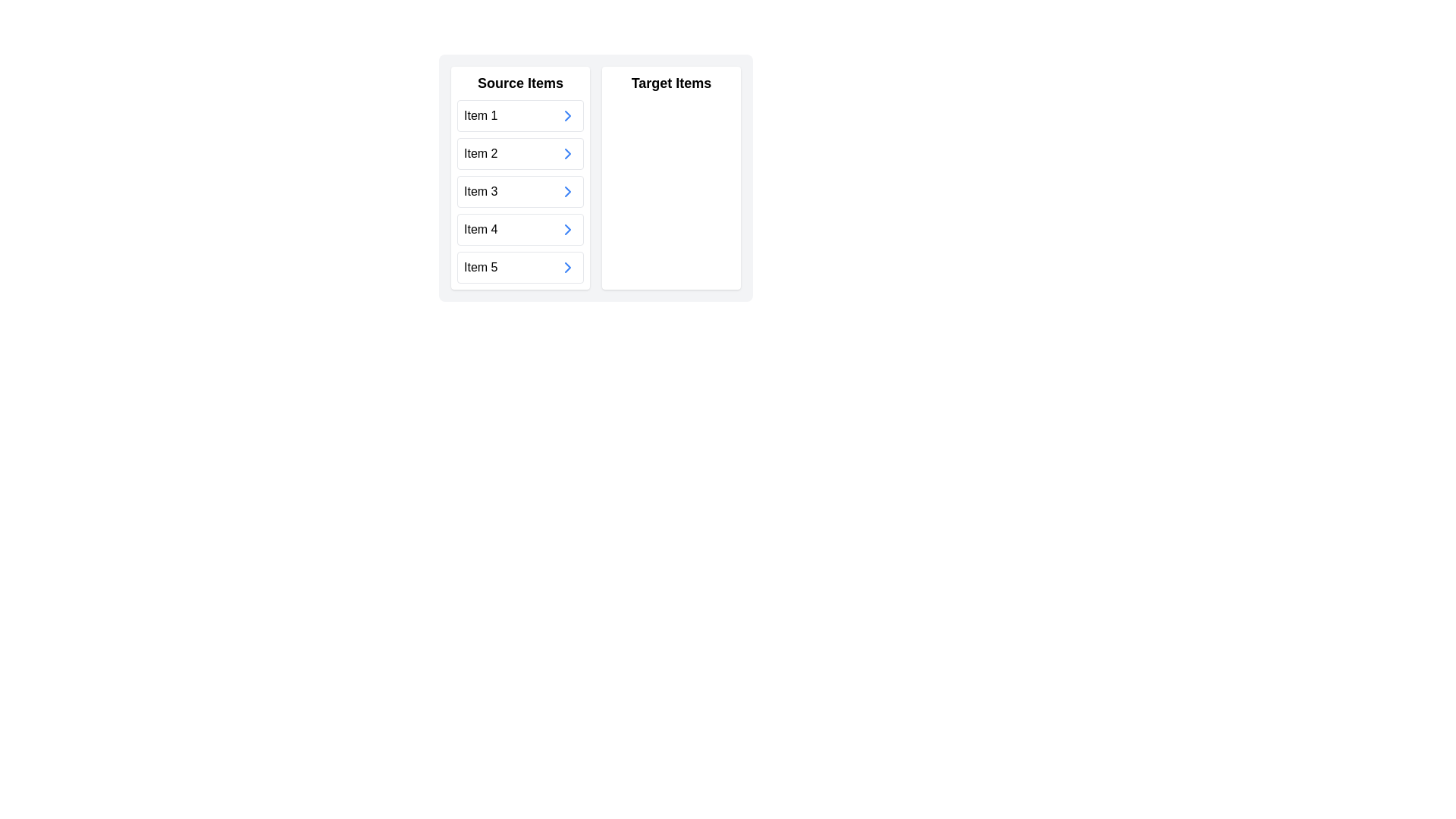 The height and width of the screenshot is (819, 1456). Describe the element at coordinates (520, 154) in the screenshot. I see `the second item in the 'Source Items' list on the left side of the interface` at that location.